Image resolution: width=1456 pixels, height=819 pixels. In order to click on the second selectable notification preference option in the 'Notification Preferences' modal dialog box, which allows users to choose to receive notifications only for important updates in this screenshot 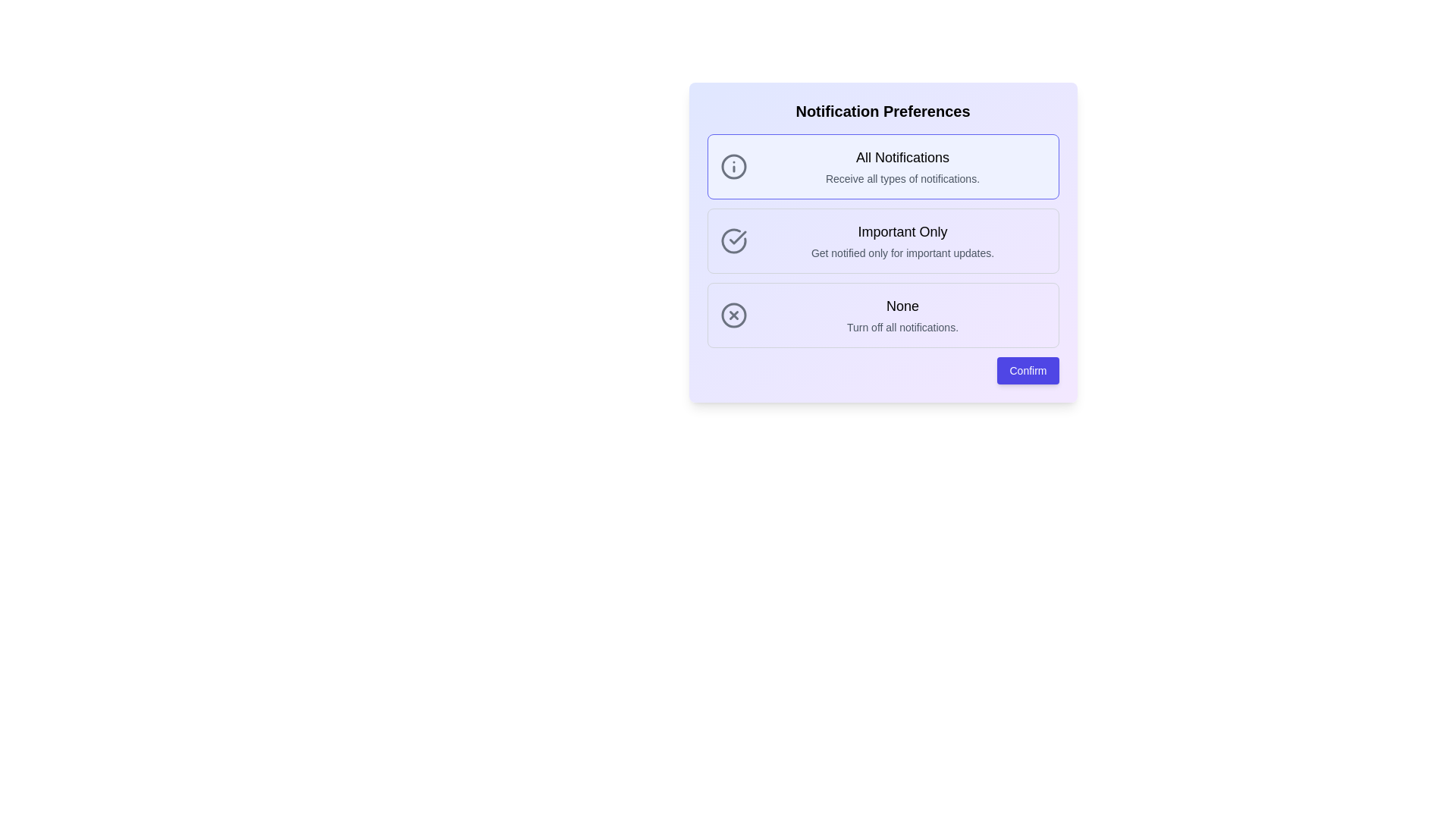, I will do `click(883, 240)`.